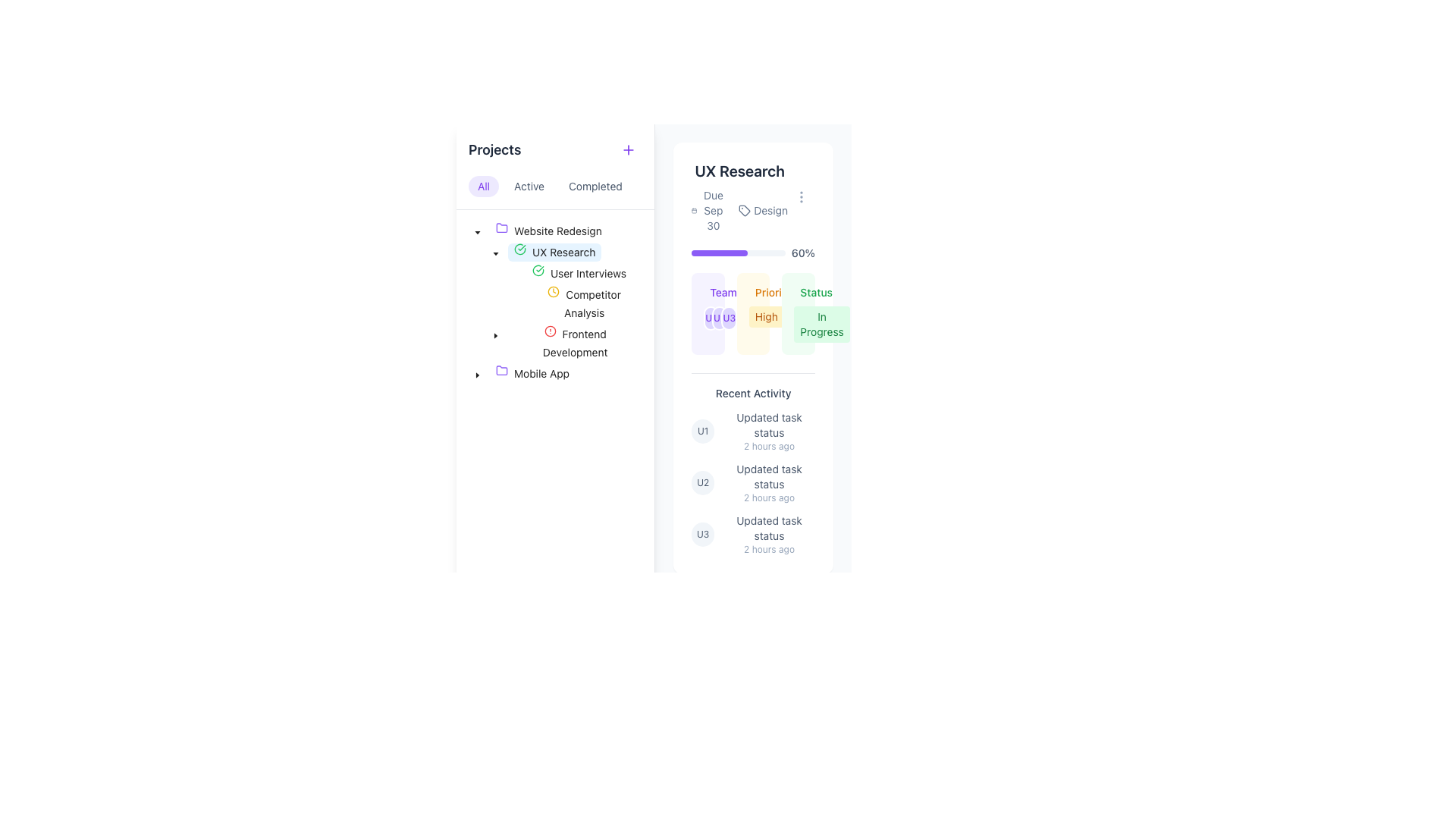 The height and width of the screenshot is (819, 1456). Describe the element at coordinates (708, 312) in the screenshot. I see `an individual avatar within the Avatar Group` at that location.